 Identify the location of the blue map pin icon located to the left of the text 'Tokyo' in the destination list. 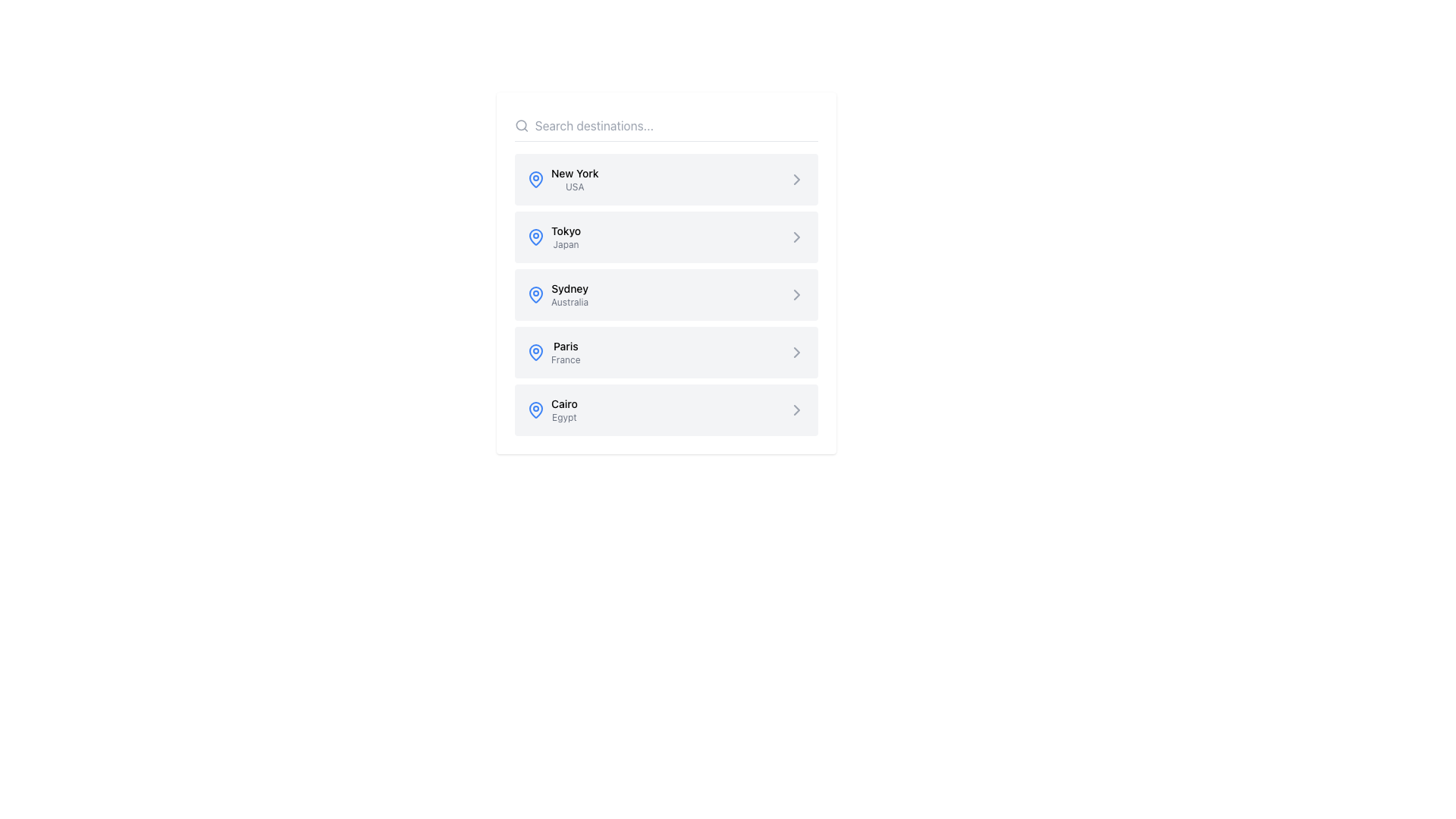
(535, 237).